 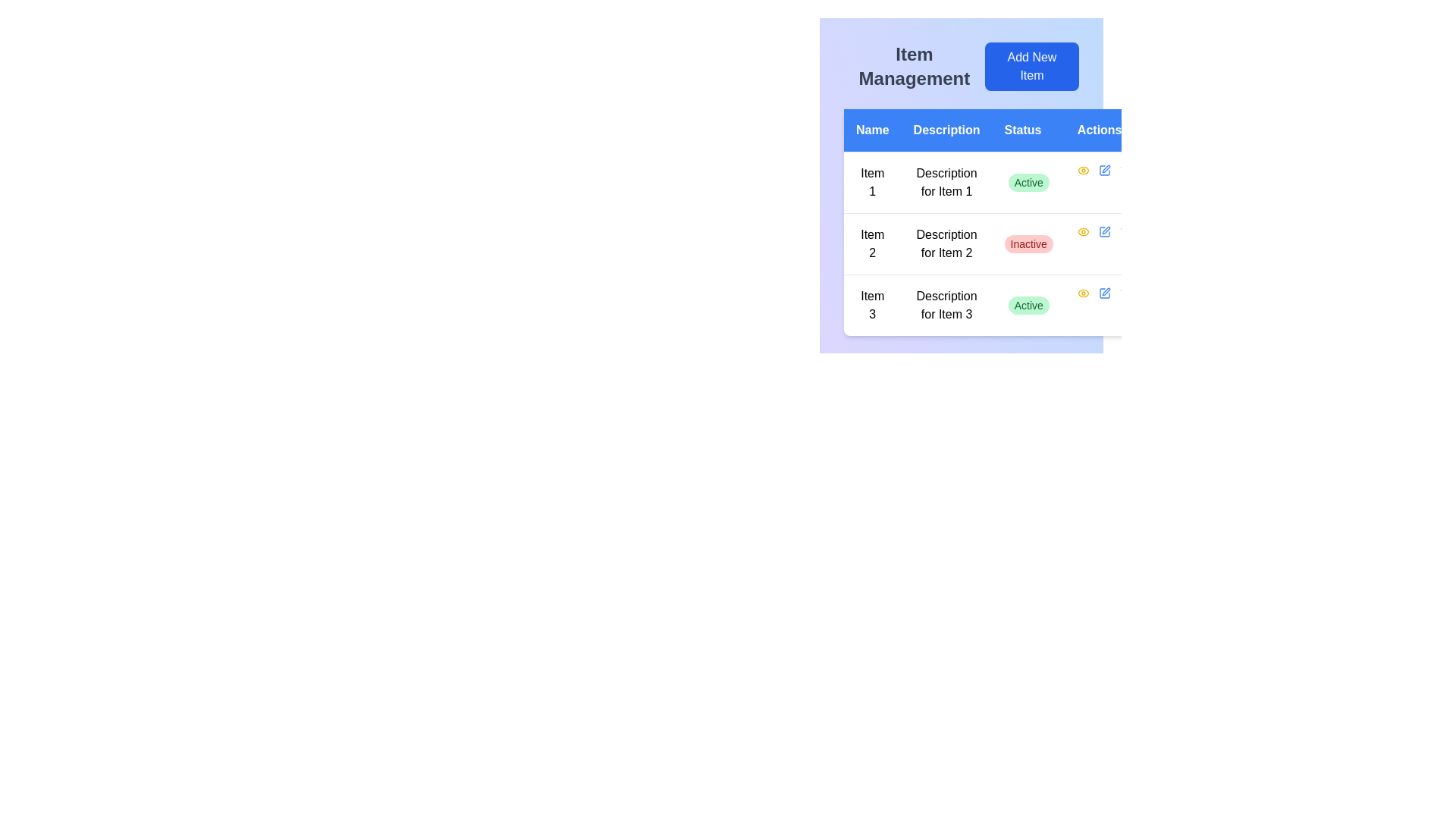 I want to click on the 'Active' status label with a green background located in the 'Status' column of the table, aligned with 'Item 3' in the third row, so click(x=1028, y=305).